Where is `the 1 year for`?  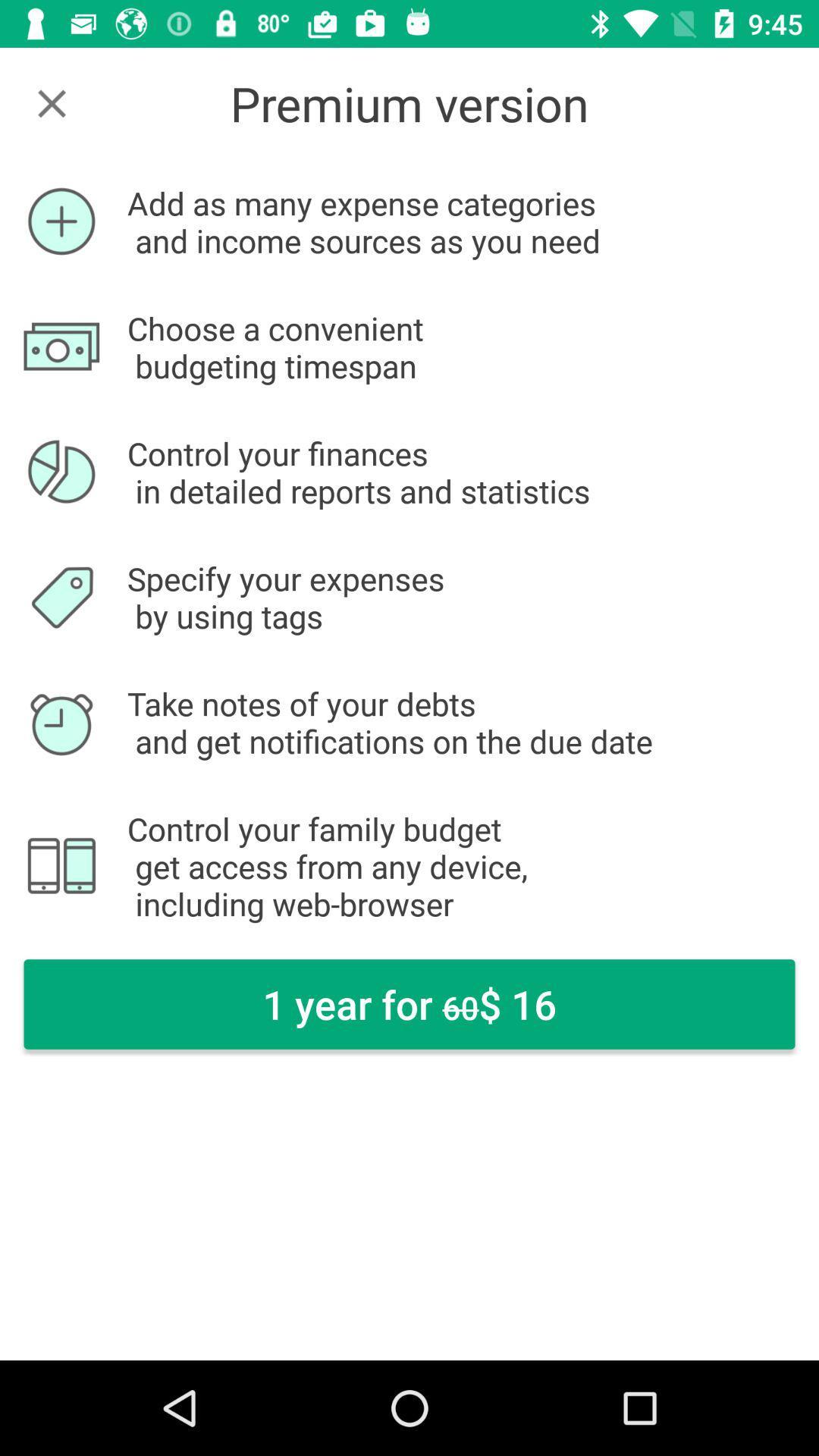 the 1 year for is located at coordinates (409, 1004).